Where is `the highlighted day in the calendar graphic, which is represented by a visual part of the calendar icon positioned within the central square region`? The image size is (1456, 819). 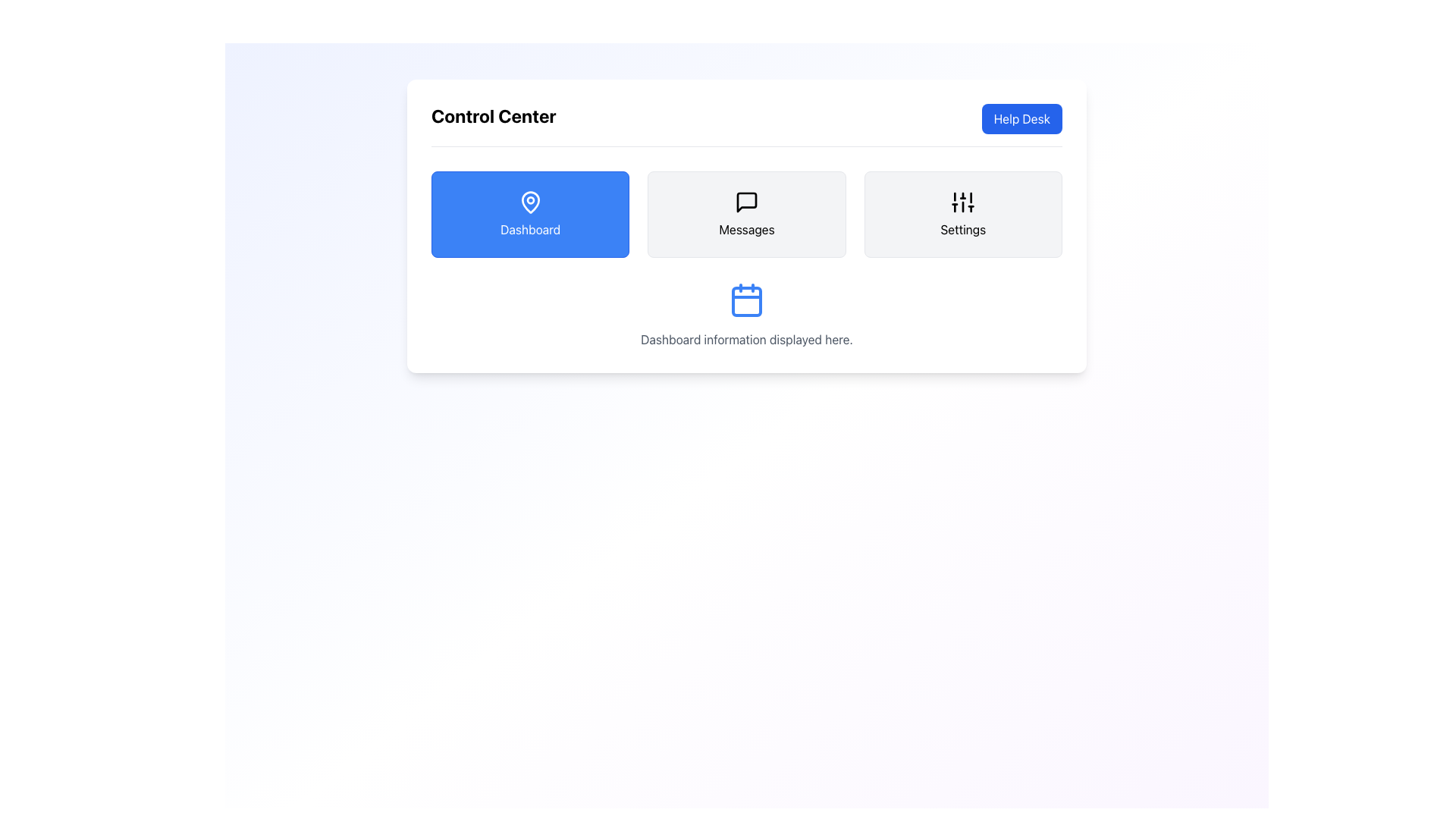
the highlighted day in the calendar graphic, which is represented by a visual part of the calendar icon positioned within the central square region is located at coordinates (746, 301).